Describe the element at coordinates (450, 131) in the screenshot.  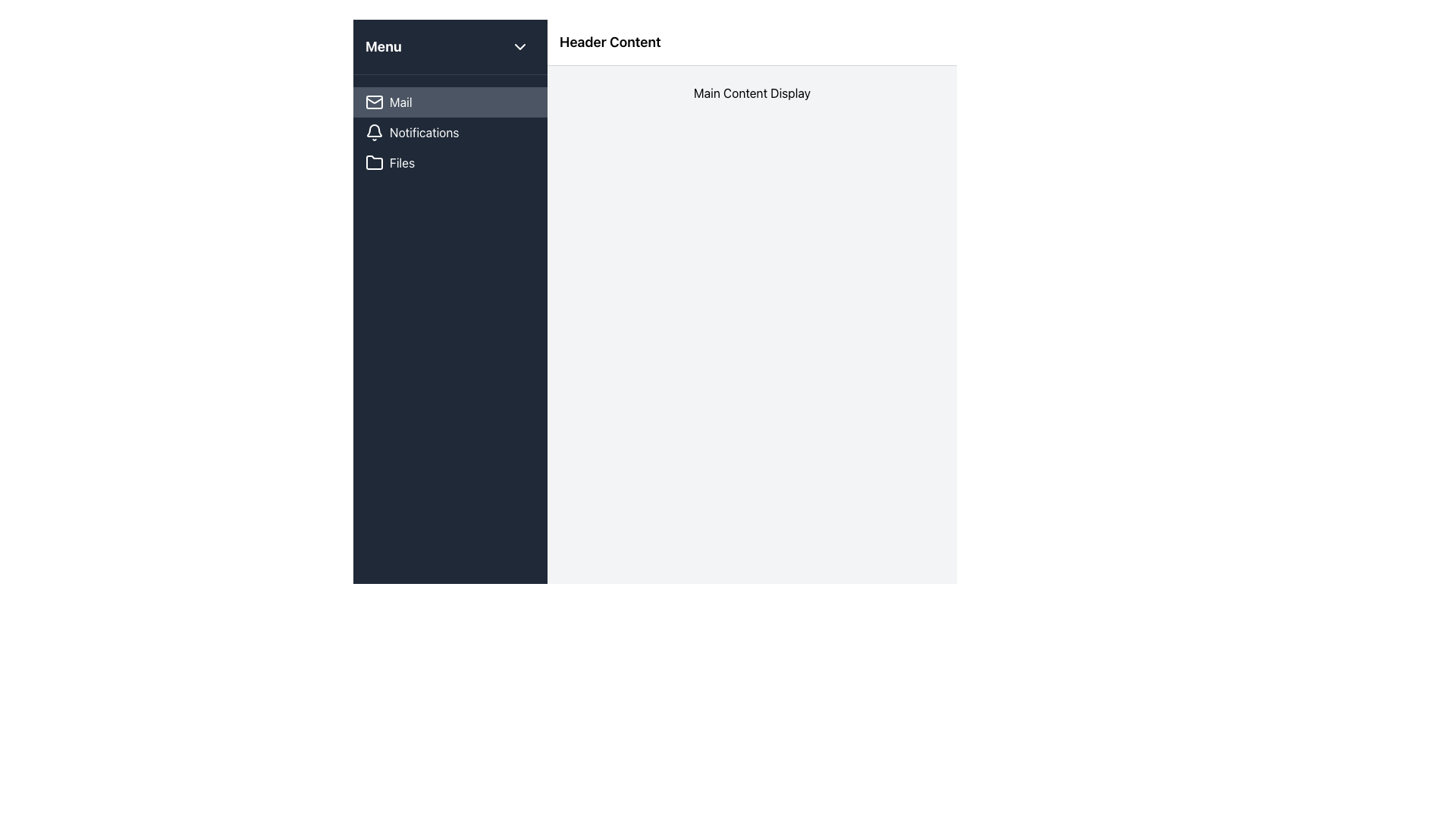
I see `the 'Notifications' item in the menu panel located in the left sidebar, which is the second item in the vertically stacked group of text and icons` at that location.